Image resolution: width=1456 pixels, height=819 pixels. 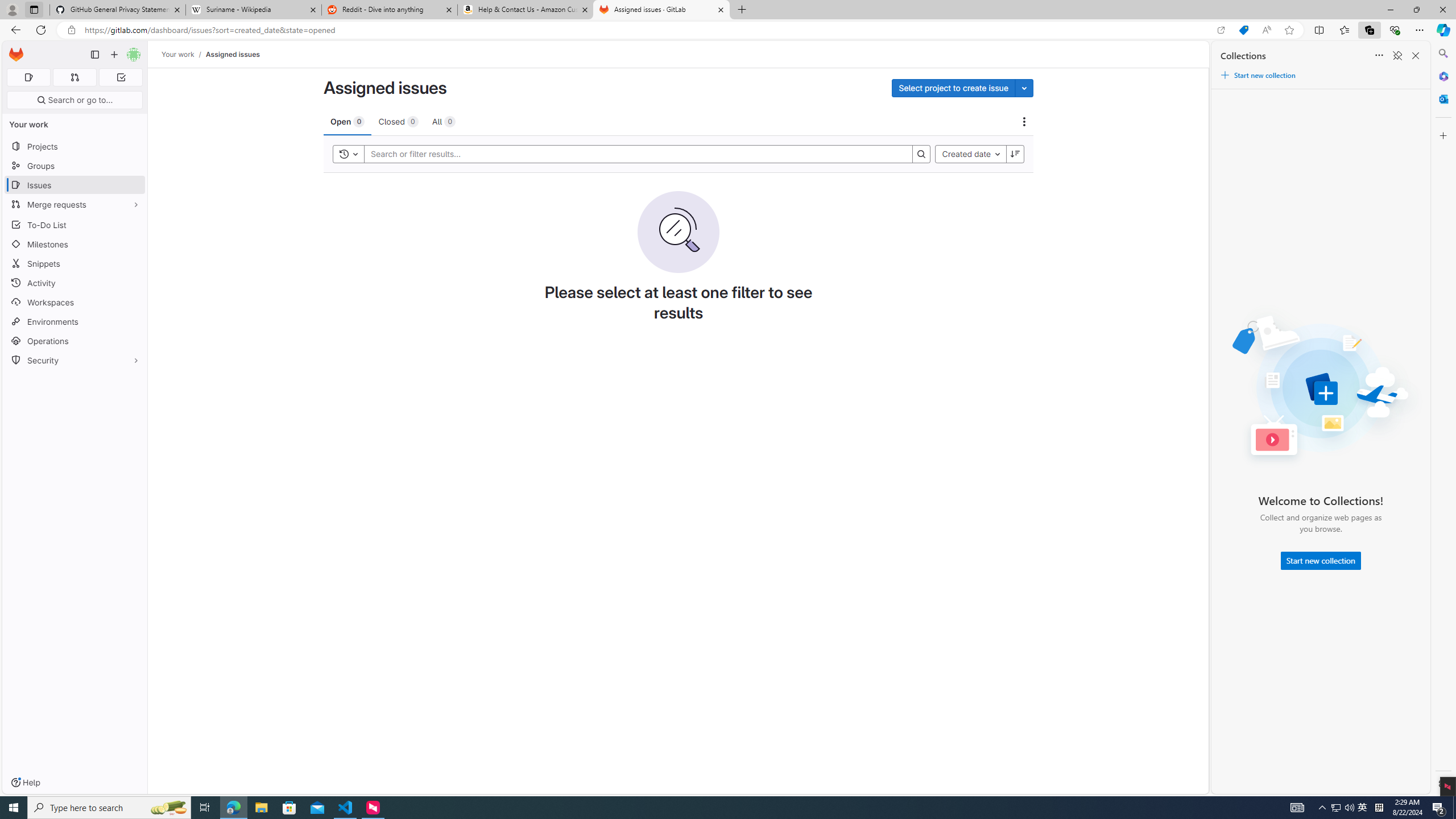 What do you see at coordinates (398, 121) in the screenshot?
I see `'Closed 0'` at bounding box center [398, 121].